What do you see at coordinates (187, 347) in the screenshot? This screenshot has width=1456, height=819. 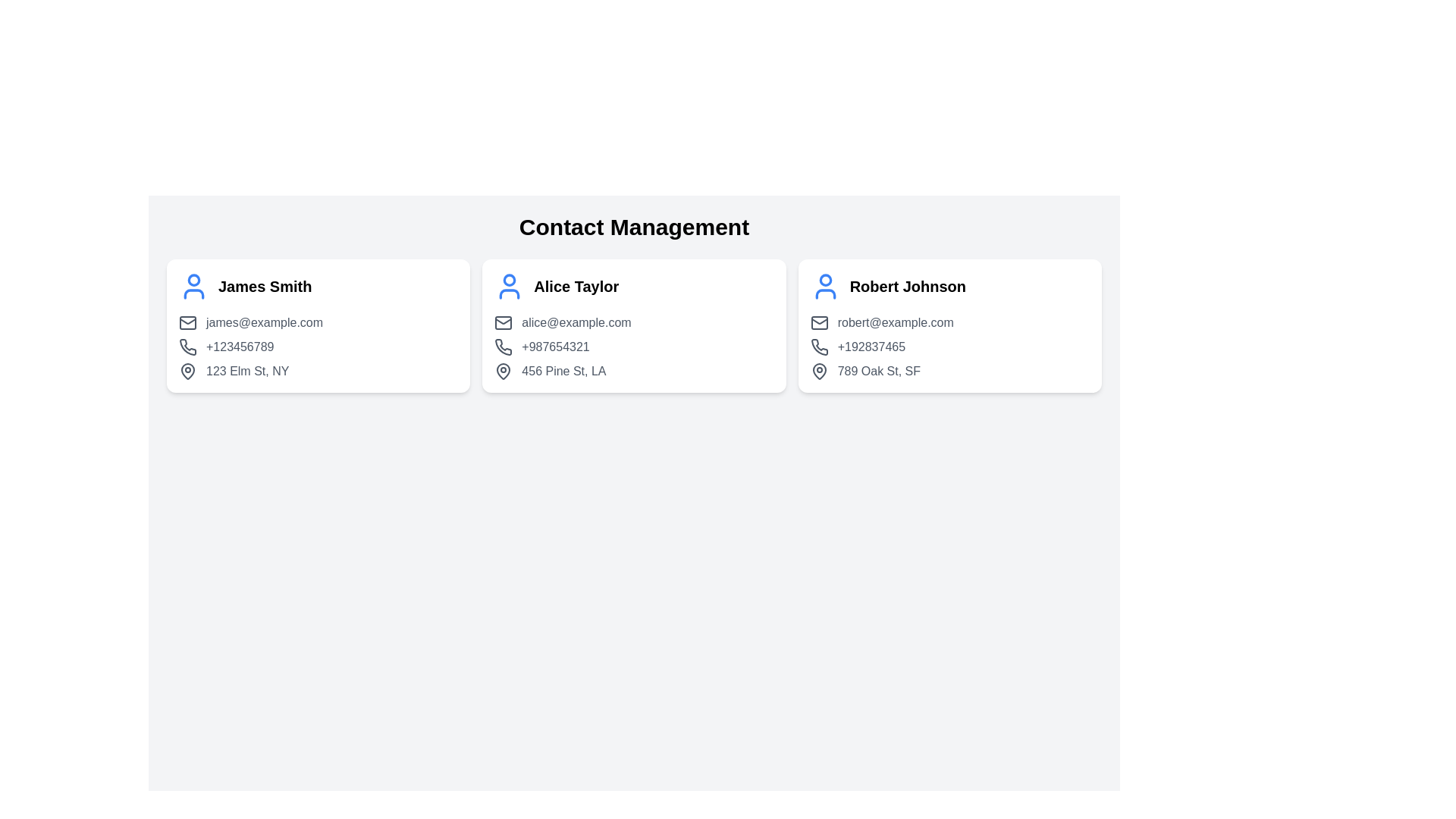 I see `the phone icon representing the phone number '+123456789' for the contact 'James Smith'` at bounding box center [187, 347].